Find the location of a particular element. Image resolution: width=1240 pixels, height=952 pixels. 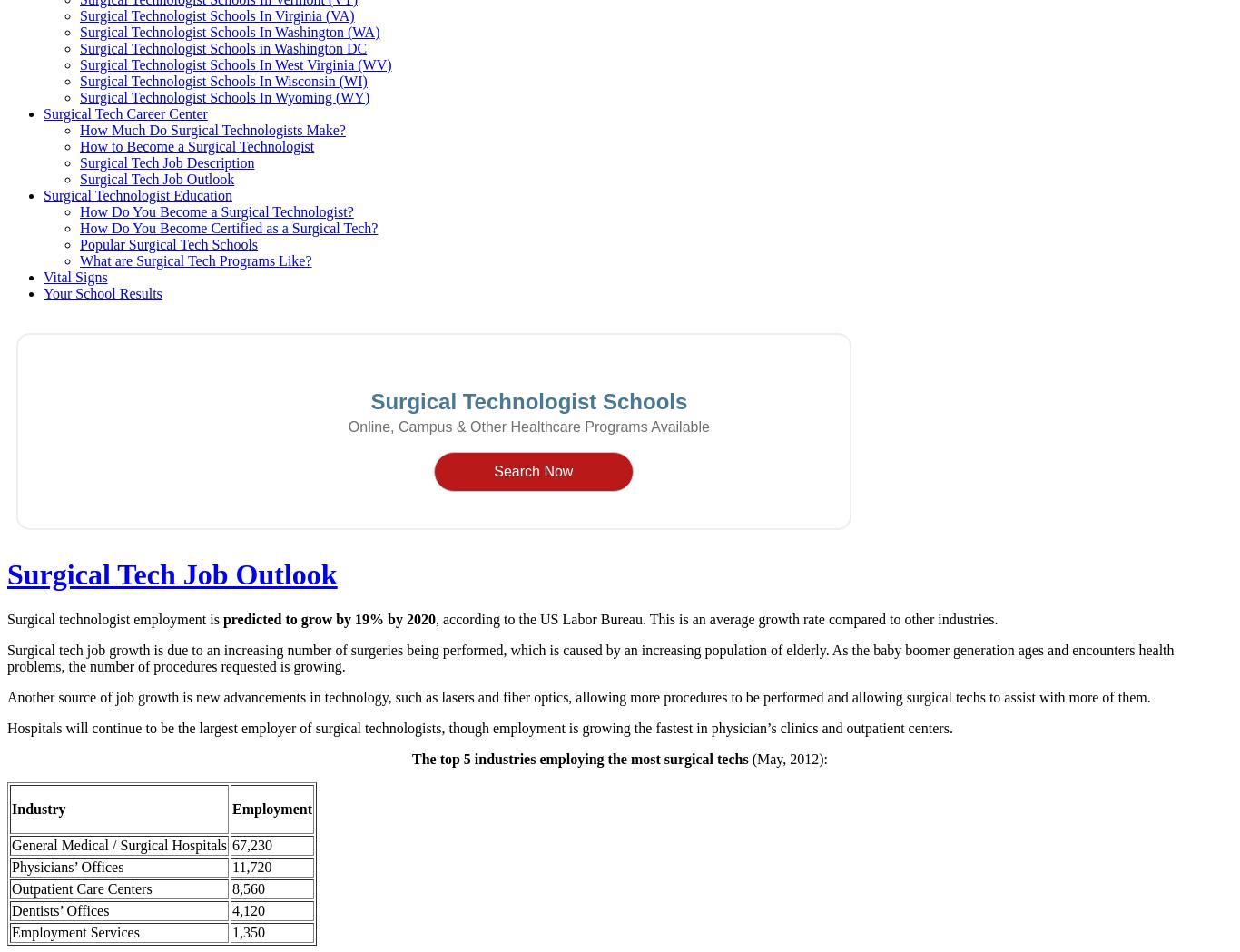

'Surgical Technologist Schools in Washington DC' is located at coordinates (79, 47).